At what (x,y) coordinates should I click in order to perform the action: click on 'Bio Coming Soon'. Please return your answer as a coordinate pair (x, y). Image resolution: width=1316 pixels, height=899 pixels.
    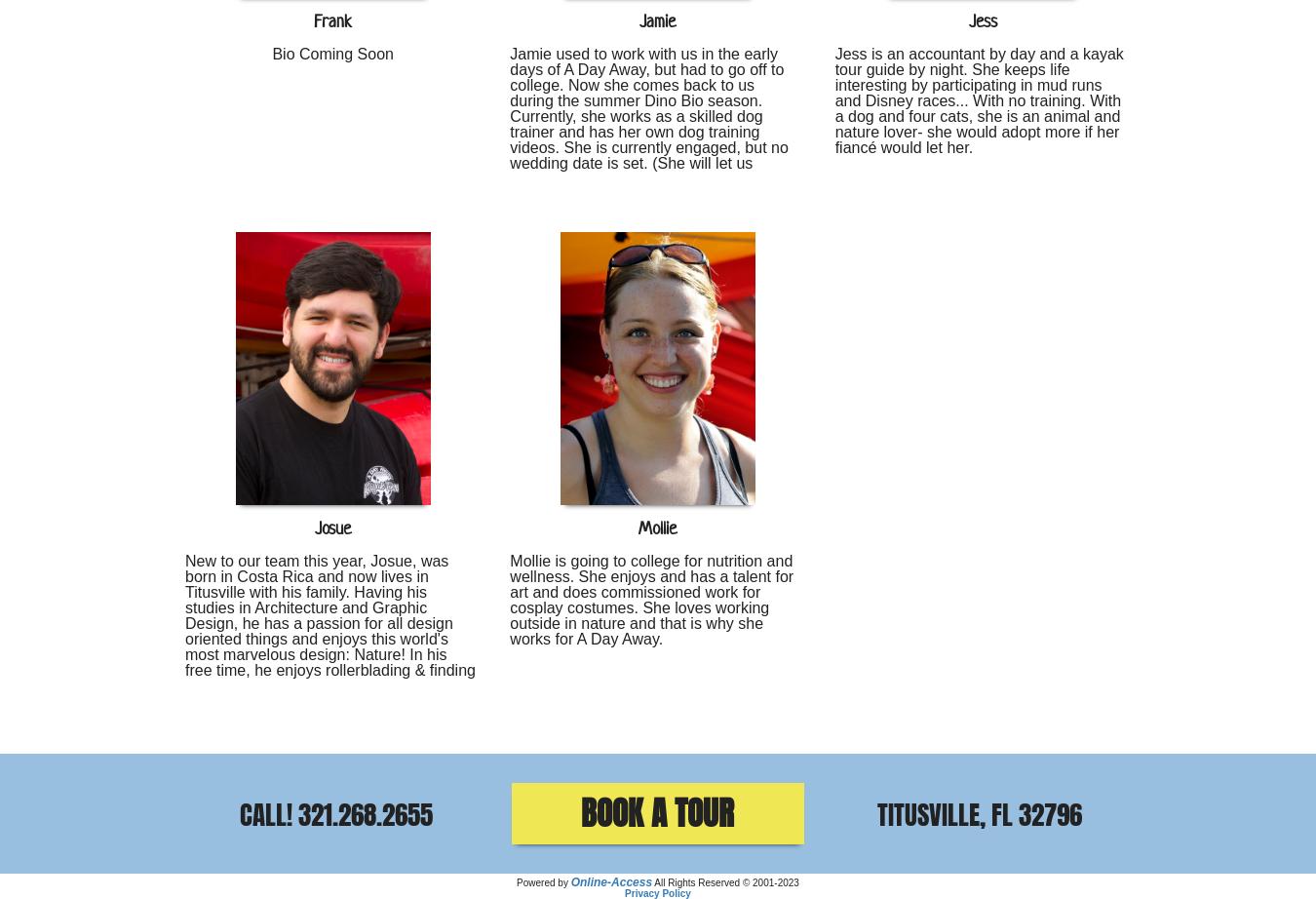
    Looking at the image, I should click on (332, 53).